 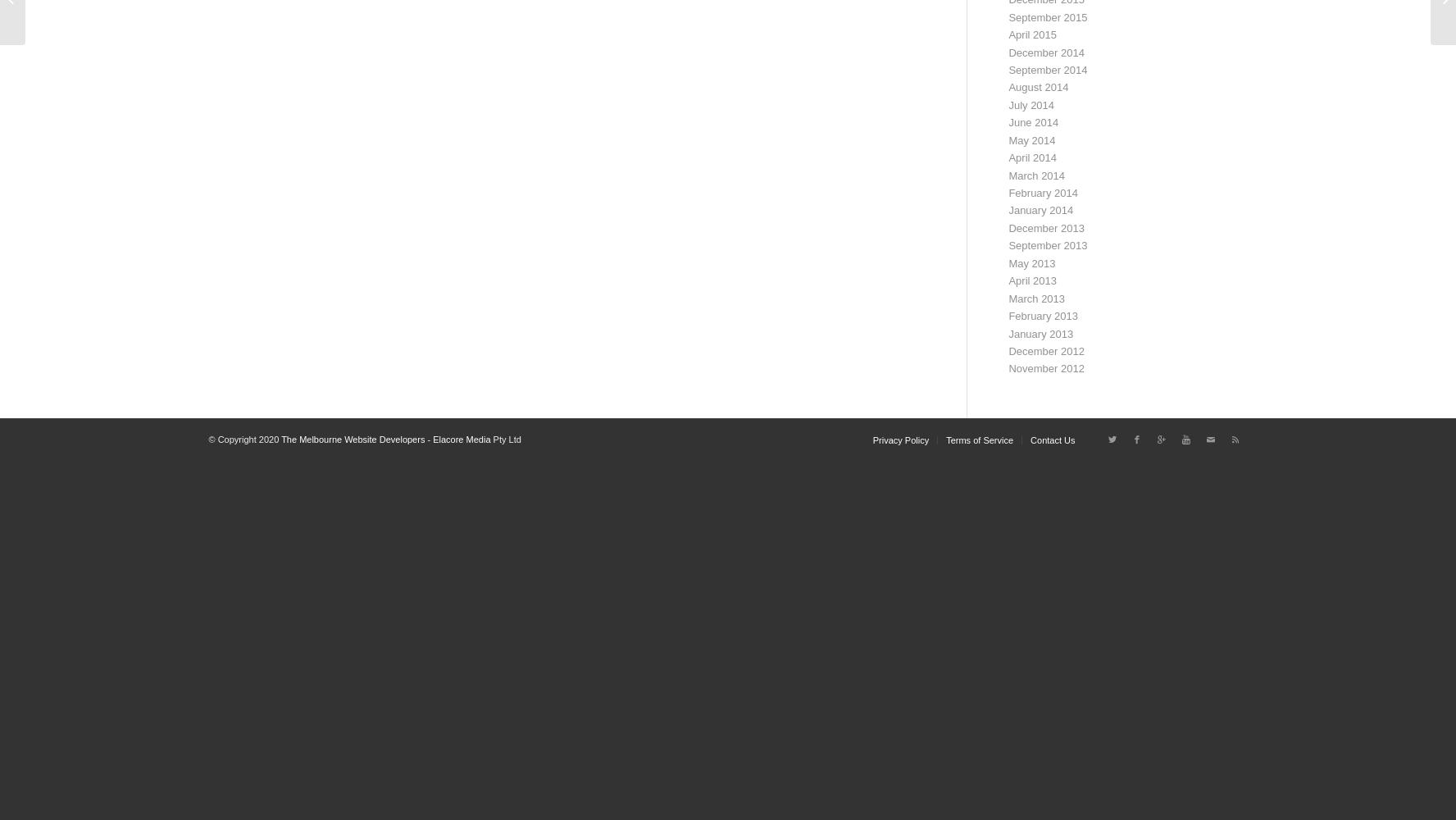 What do you see at coordinates (1046, 51) in the screenshot?
I see `'December 2014'` at bounding box center [1046, 51].